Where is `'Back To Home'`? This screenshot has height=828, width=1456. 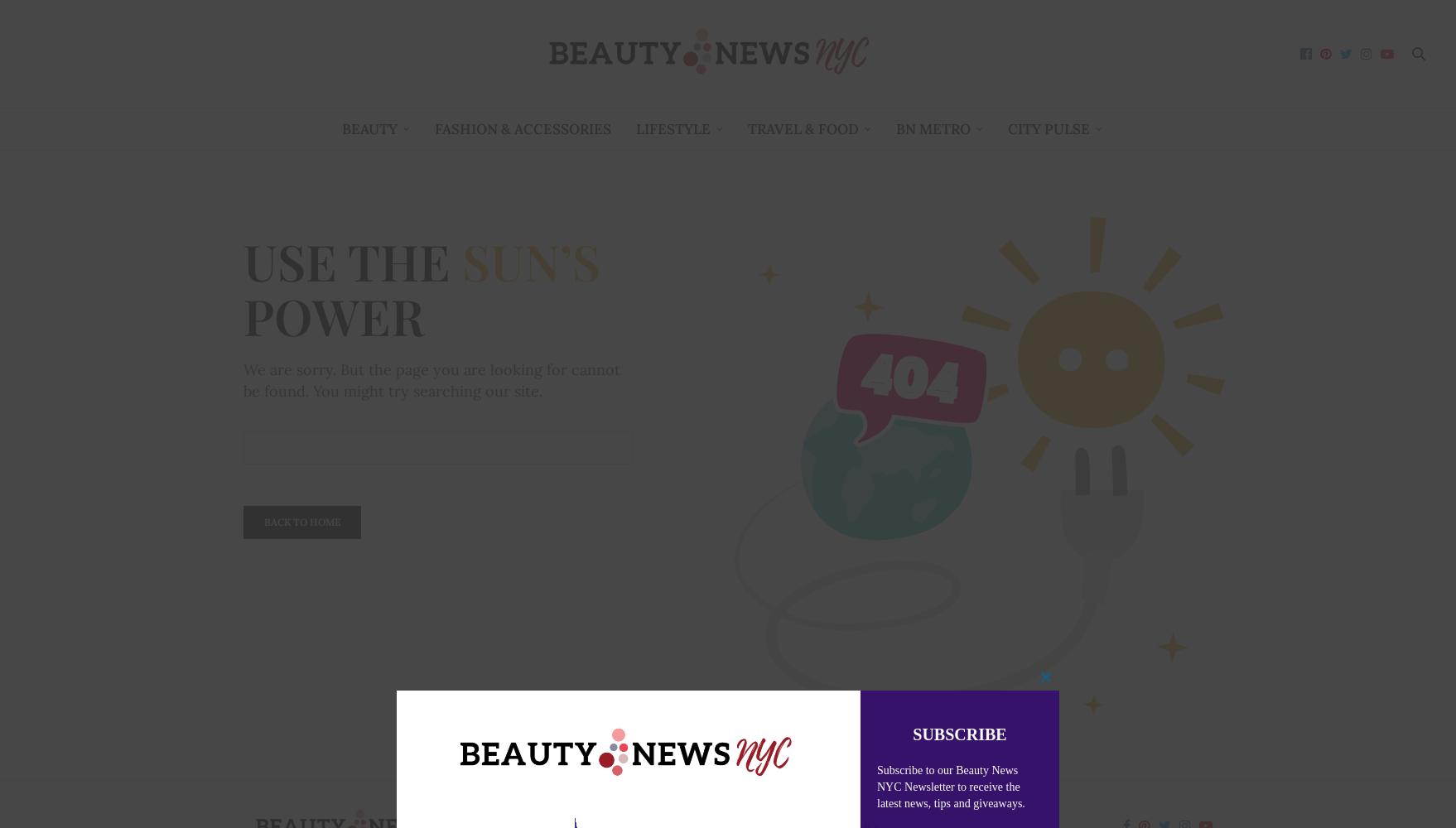 'Back To Home' is located at coordinates (301, 522).